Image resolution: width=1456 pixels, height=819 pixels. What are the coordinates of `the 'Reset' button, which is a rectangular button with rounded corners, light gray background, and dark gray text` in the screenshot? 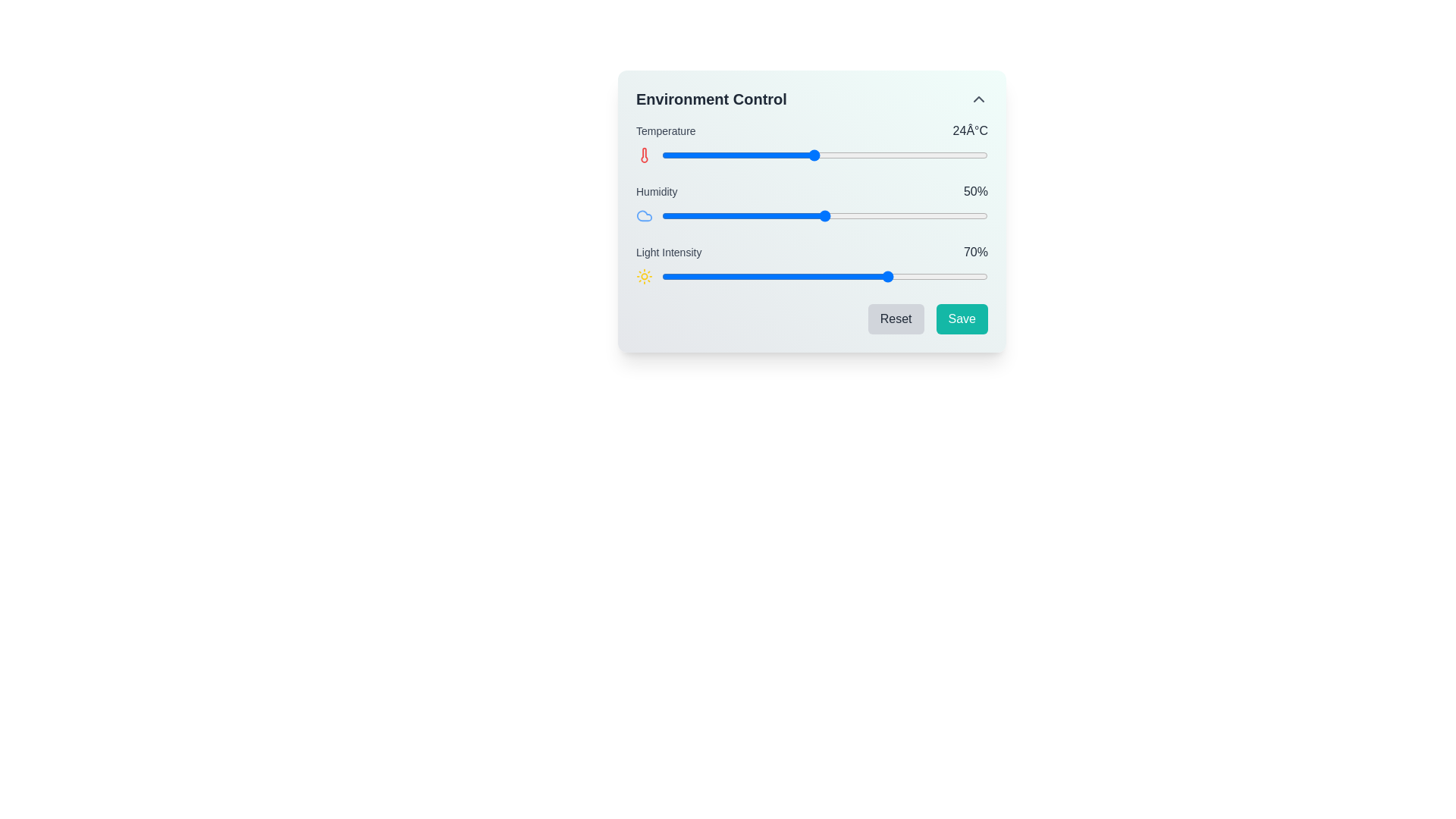 It's located at (896, 318).